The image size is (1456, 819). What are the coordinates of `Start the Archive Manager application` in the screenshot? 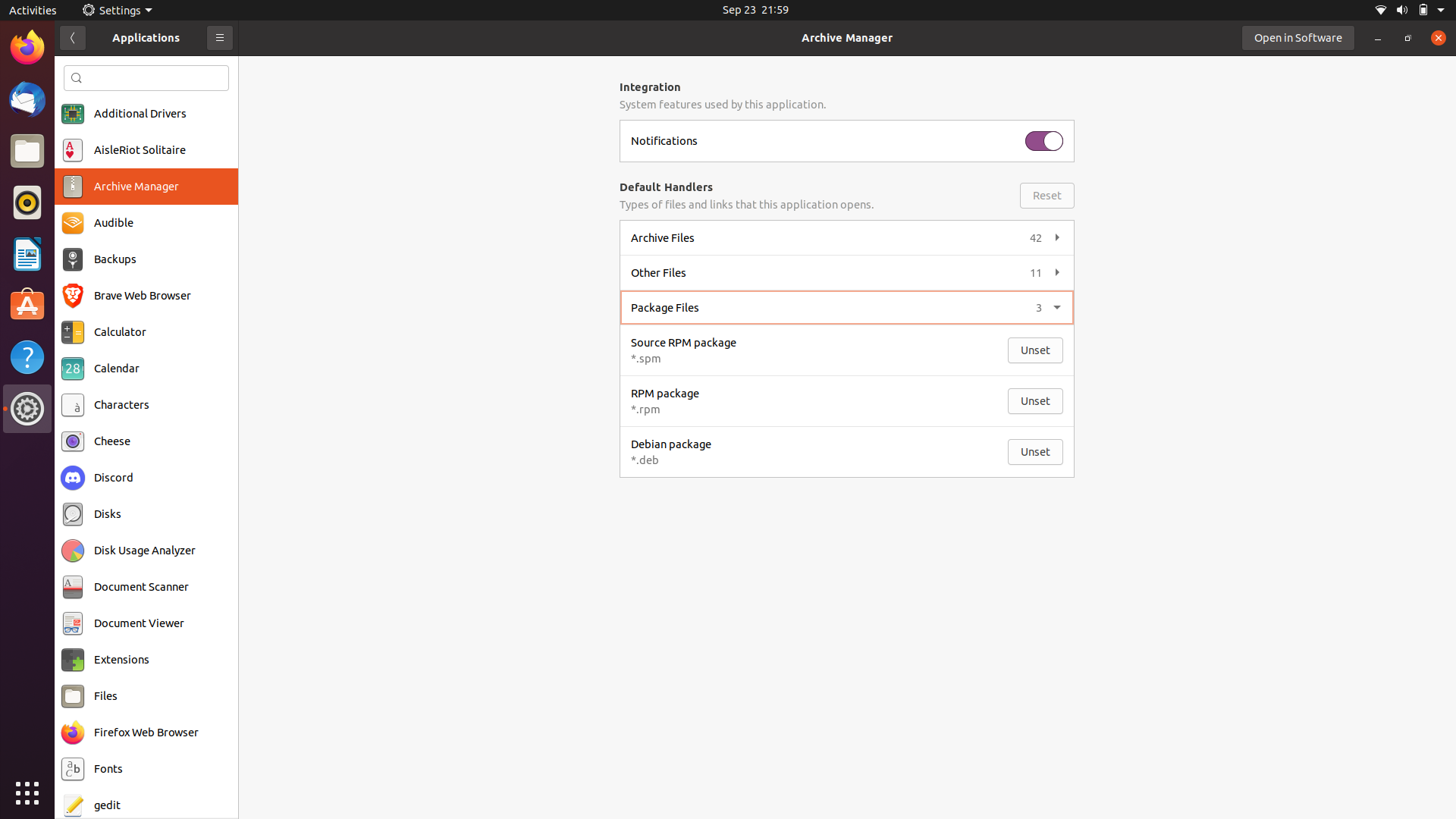 It's located at (146, 186).